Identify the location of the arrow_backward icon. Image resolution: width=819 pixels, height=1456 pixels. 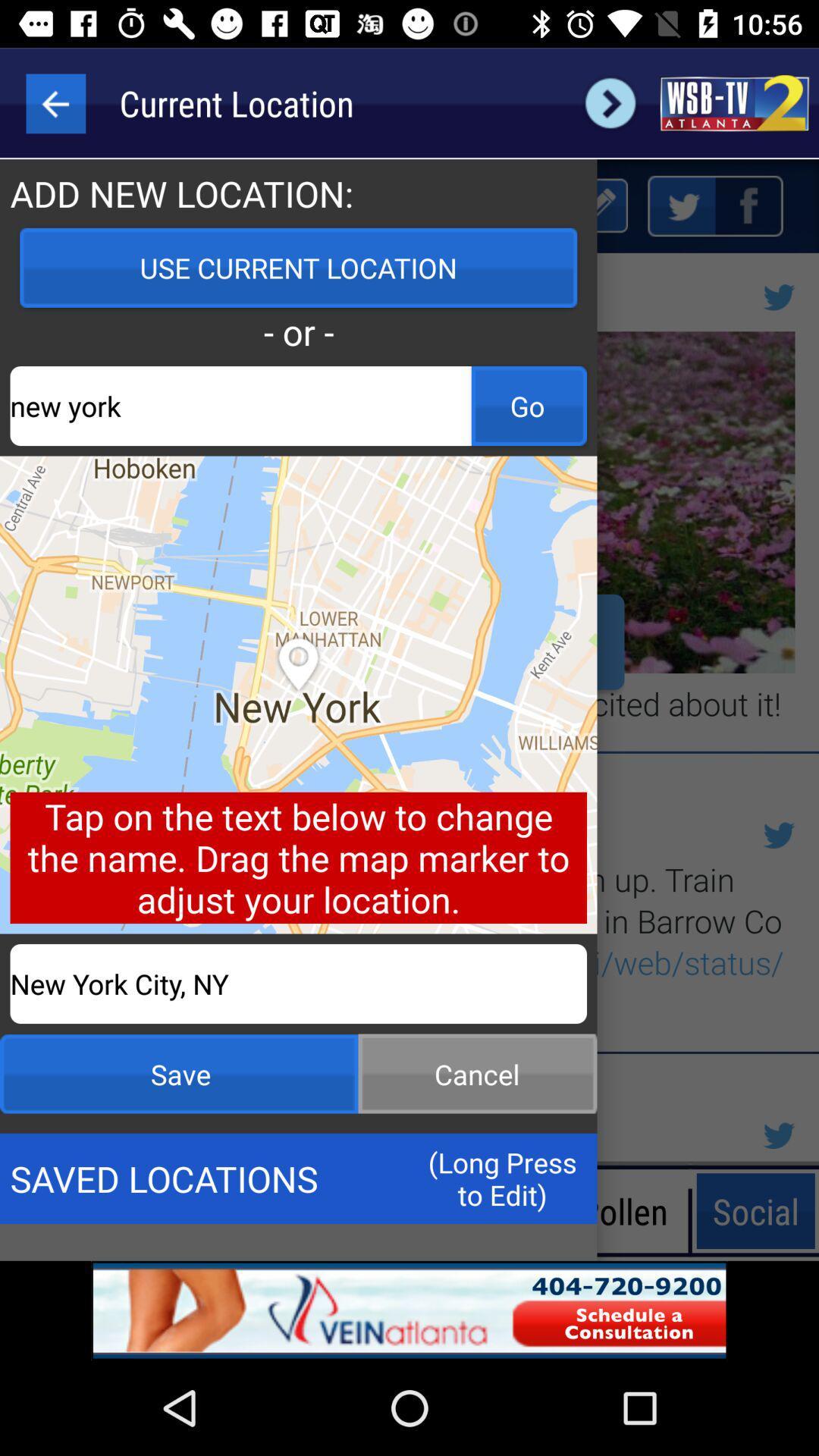
(55, 102).